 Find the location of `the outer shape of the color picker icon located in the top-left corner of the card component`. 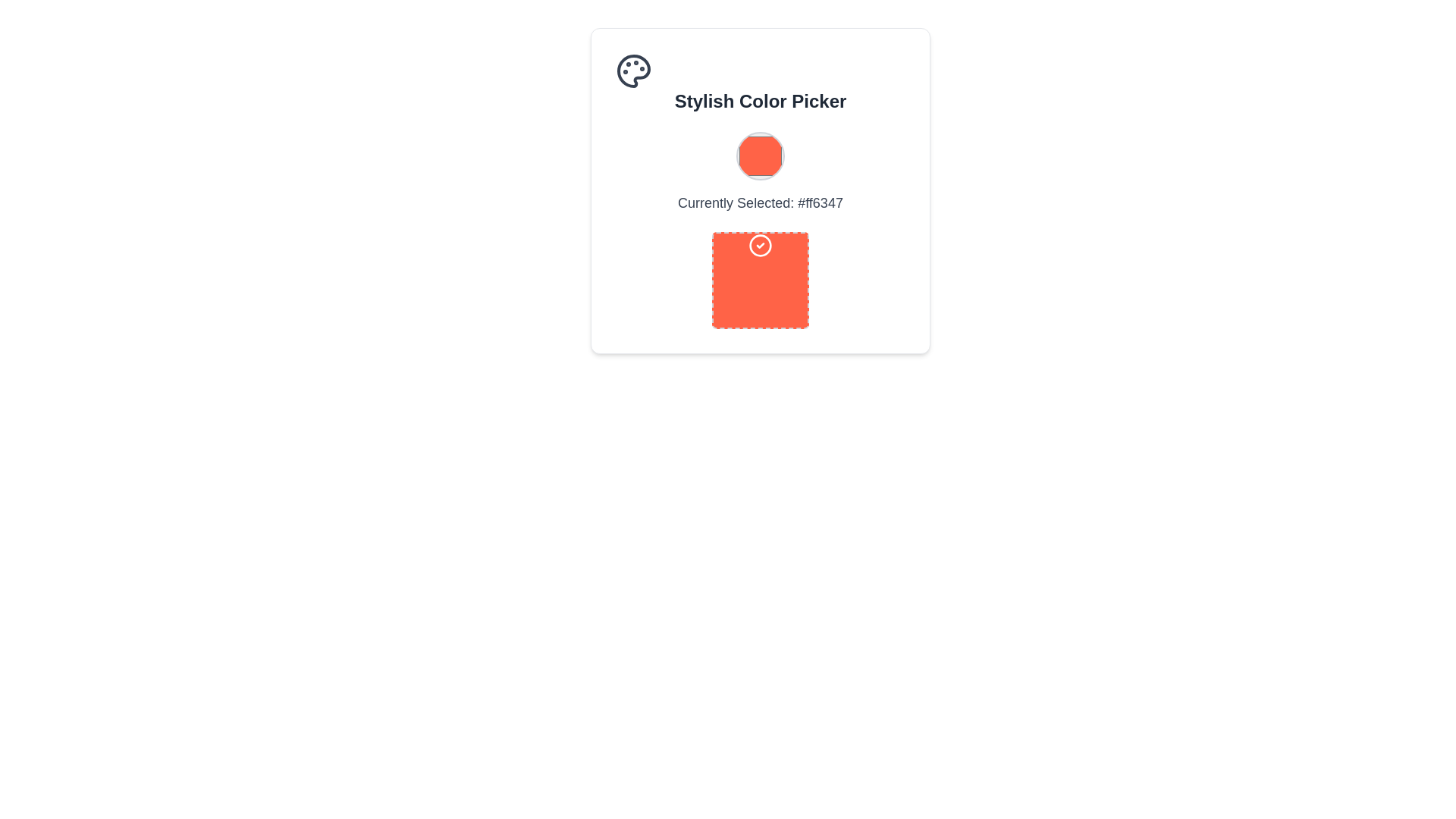

the outer shape of the color picker icon located in the top-left corner of the card component is located at coordinates (633, 71).